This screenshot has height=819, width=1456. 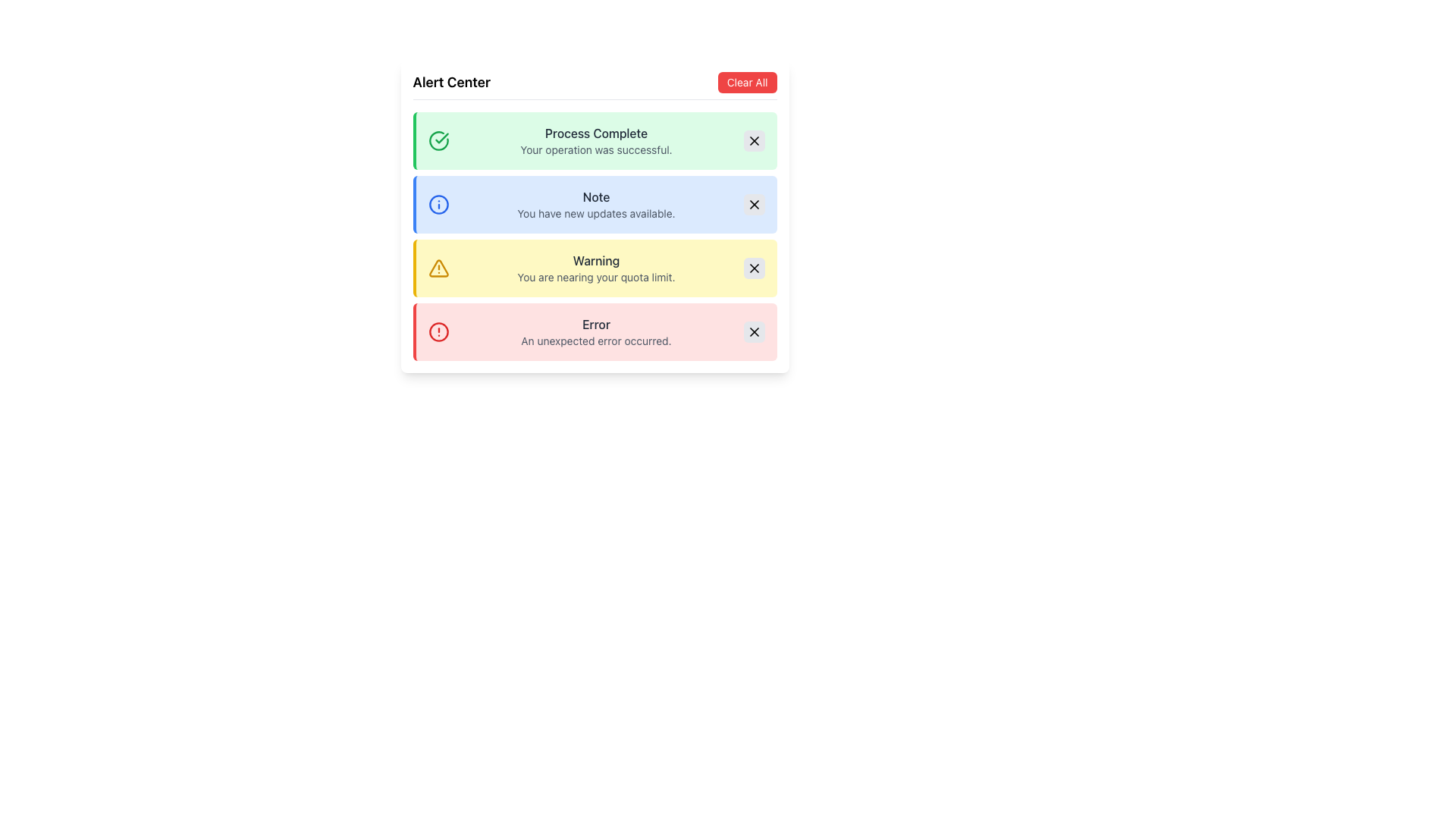 What do you see at coordinates (754, 268) in the screenshot?
I see `the close button located at the top-right corner of the yellow alert box displaying 'Warning: You are nearing your quota limit.'` at bounding box center [754, 268].